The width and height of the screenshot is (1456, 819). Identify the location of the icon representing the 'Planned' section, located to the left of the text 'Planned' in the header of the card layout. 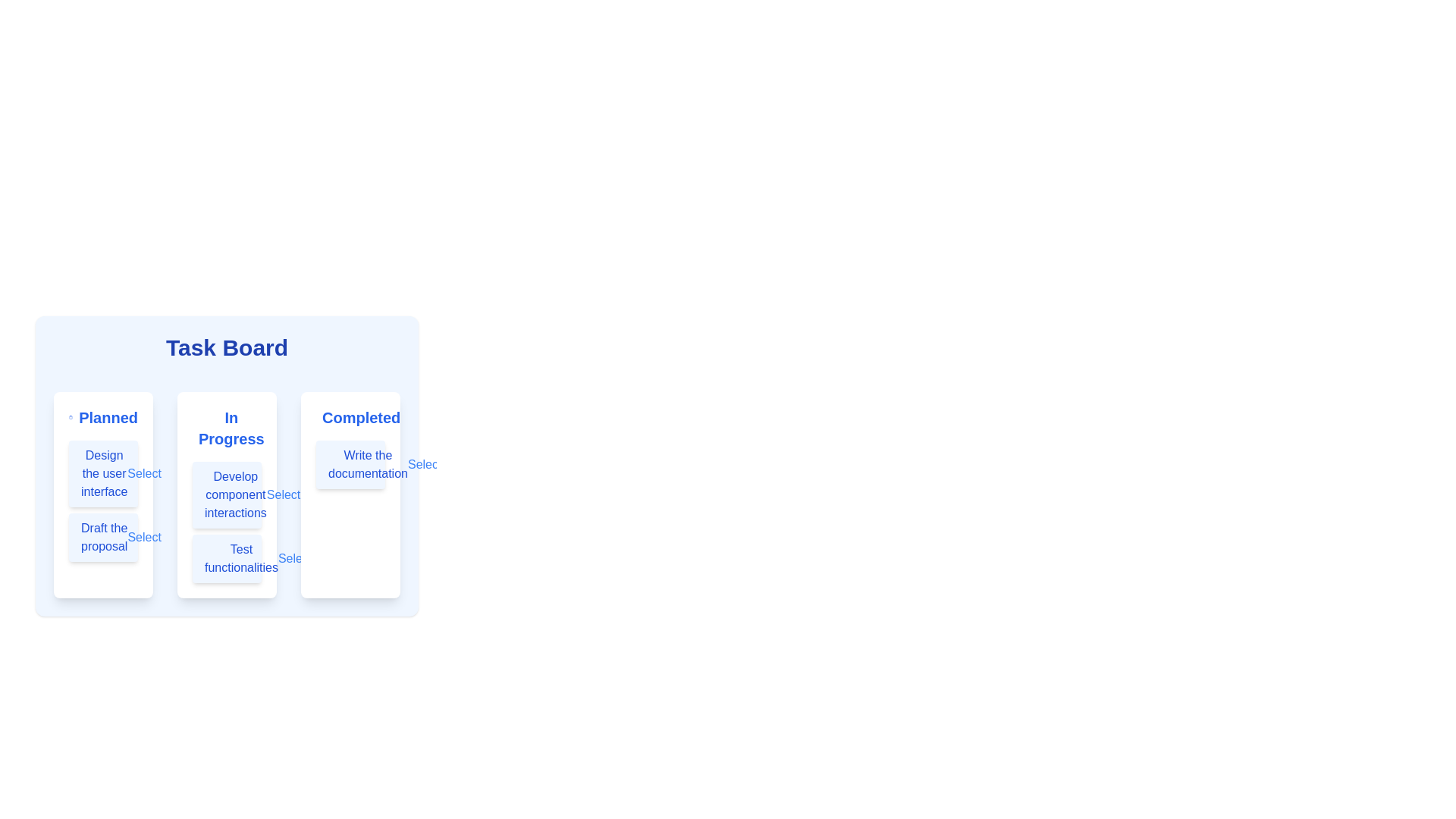
(70, 418).